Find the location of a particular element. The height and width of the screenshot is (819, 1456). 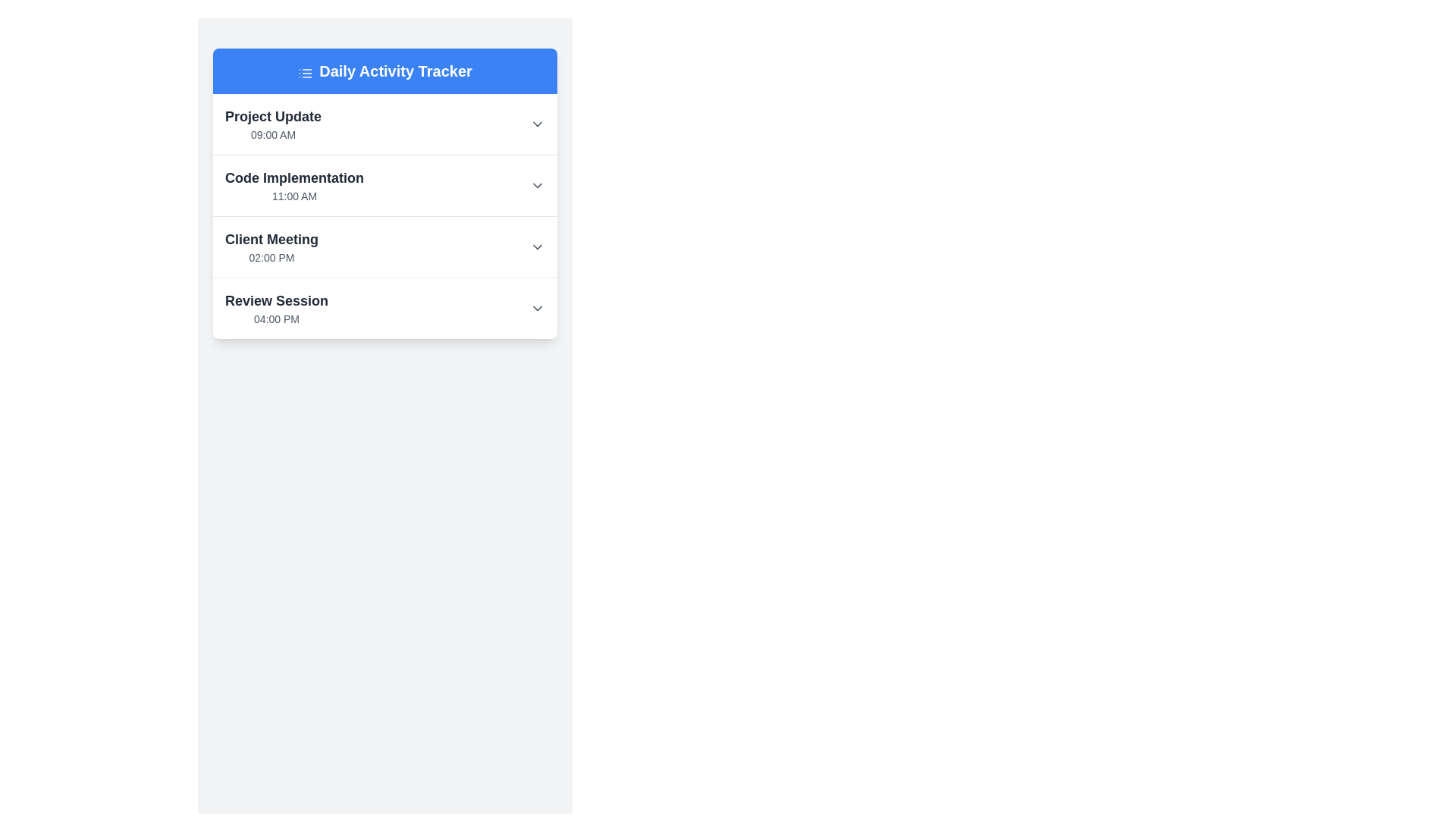

the list item labeled 'Project Update' at 09:00 AM is located at coordinates (385, 124).